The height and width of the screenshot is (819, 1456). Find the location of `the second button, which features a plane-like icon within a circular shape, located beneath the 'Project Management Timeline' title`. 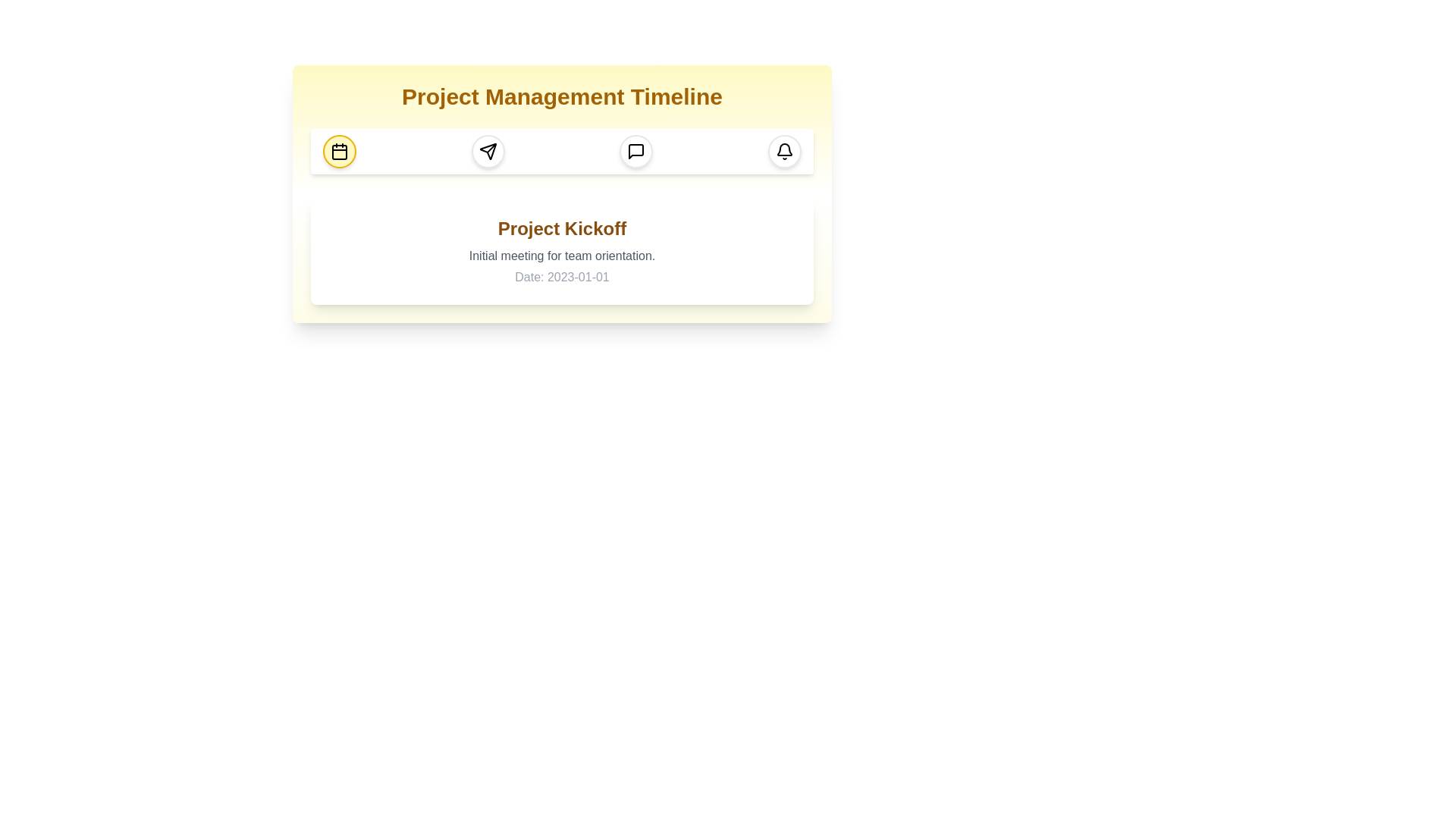

the second button, which features a plane-like icon within a circular shape, located beneath the 'Project Management Timeline' title is located at coordinates (488, 152).